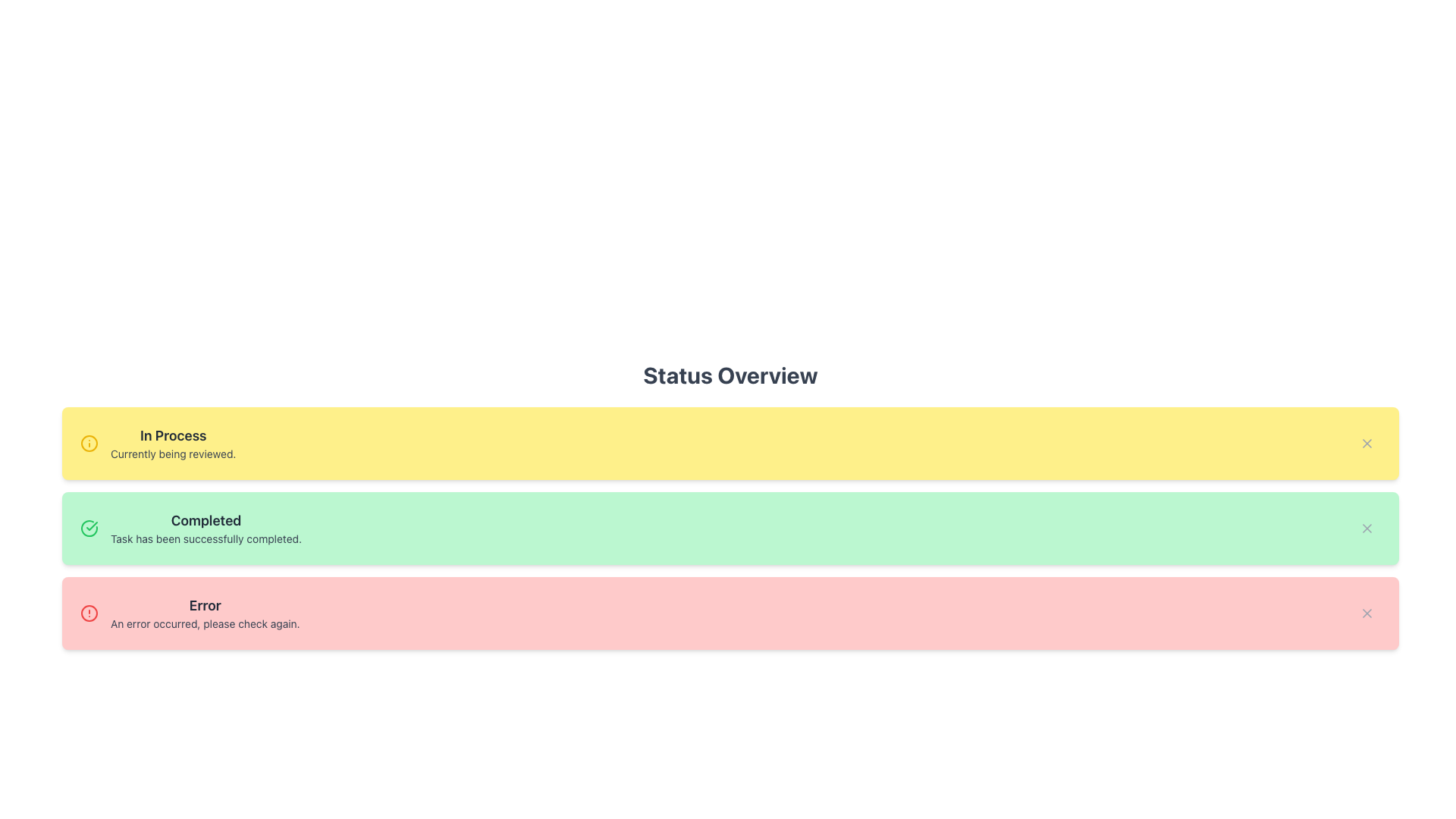 The width and height of the screenshot is (1456, 819). What do you see at coordinates (1367, 613) in the screenshot?
I see `the small, square button with an 'X' icon, located on the far-right side of the red 'Error' section` at bounding box center [1367, 613].